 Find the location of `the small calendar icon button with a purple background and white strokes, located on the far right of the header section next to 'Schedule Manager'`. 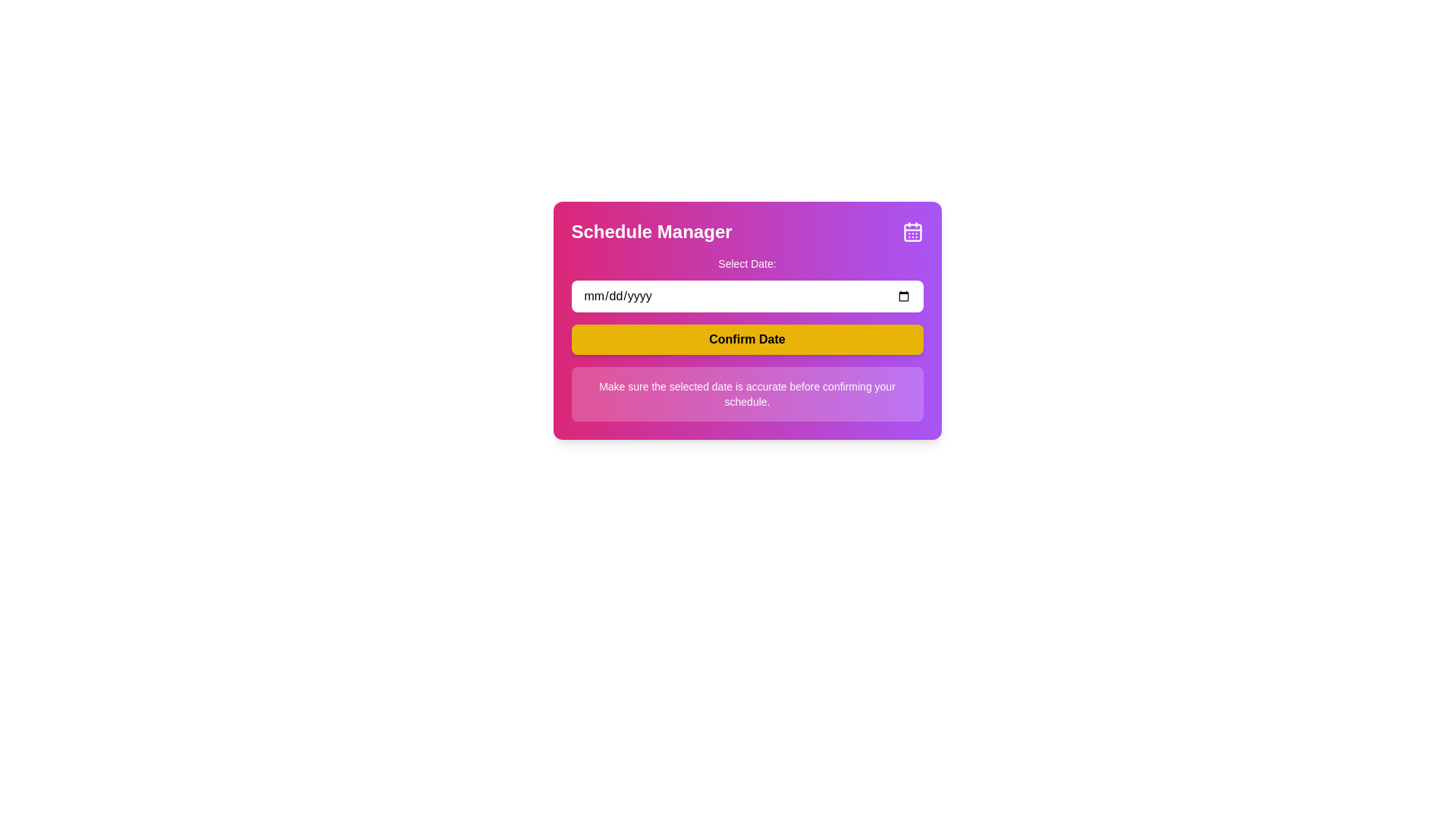

the small calendar icon button with a purple background and white strokes, located on the far right of the header section next to 'Schedule Manager' is located at coordinates (912, 231).